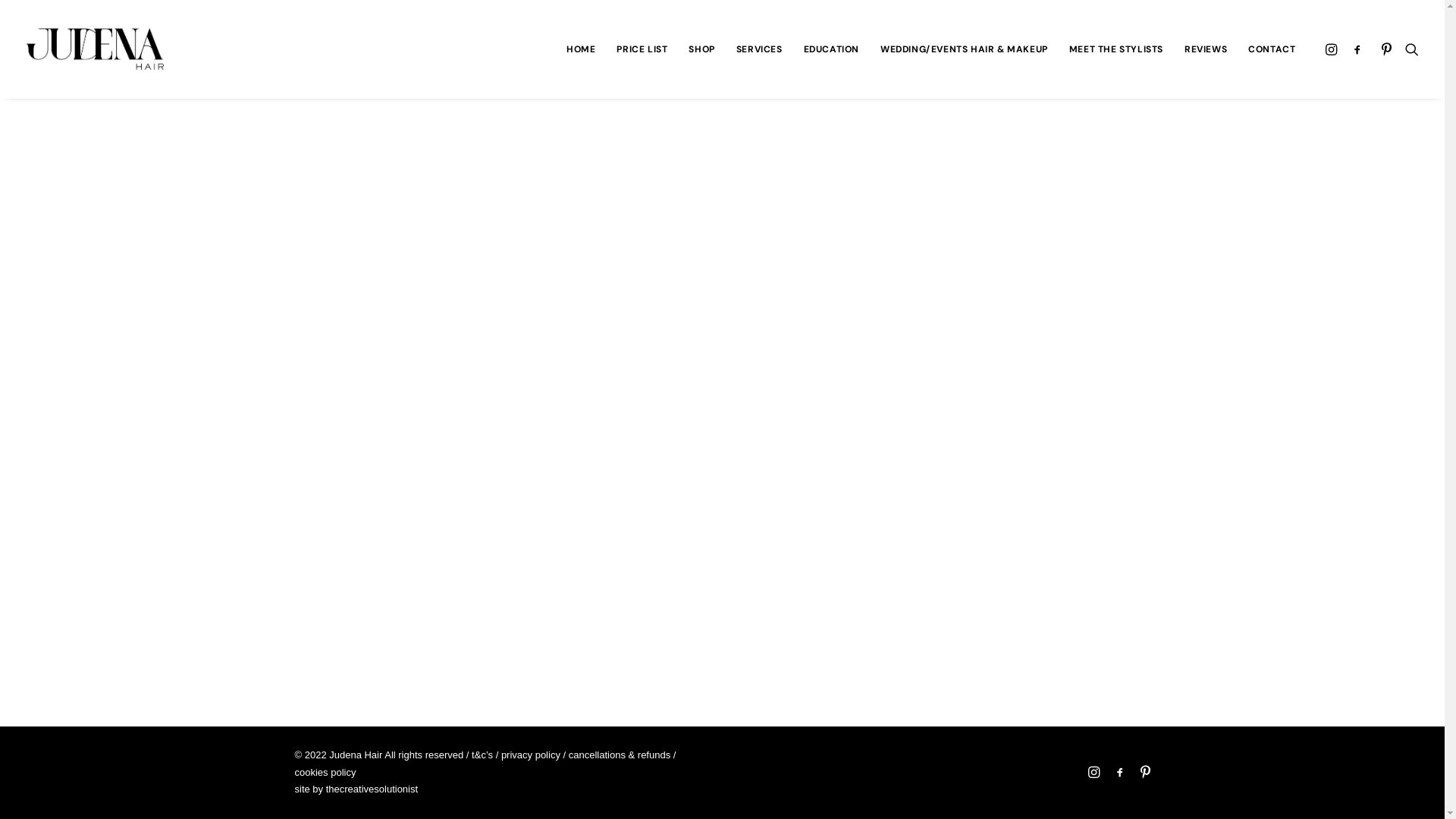 The height and width of the screenshot is (819, 1456). I want to click on 'SERVICES', so click(759, 48).